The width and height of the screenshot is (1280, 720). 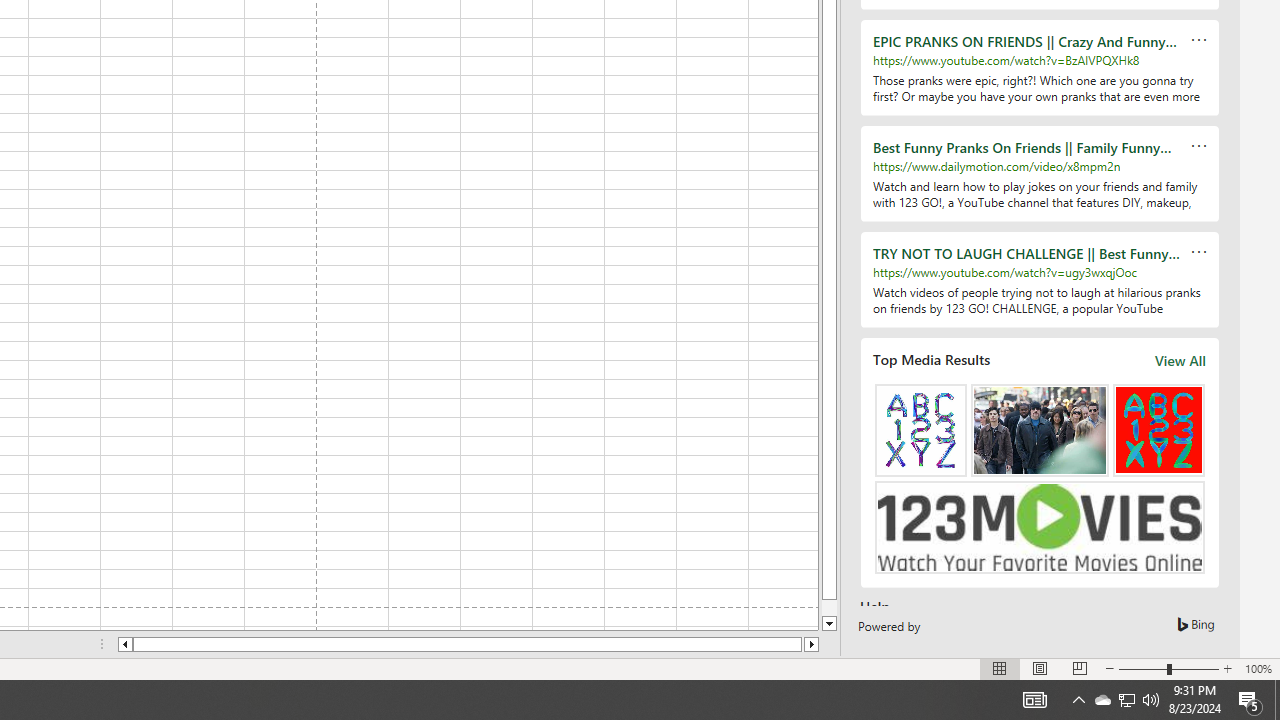 I want to click on 'Notification Chevron', so click(x=1127, y=698).